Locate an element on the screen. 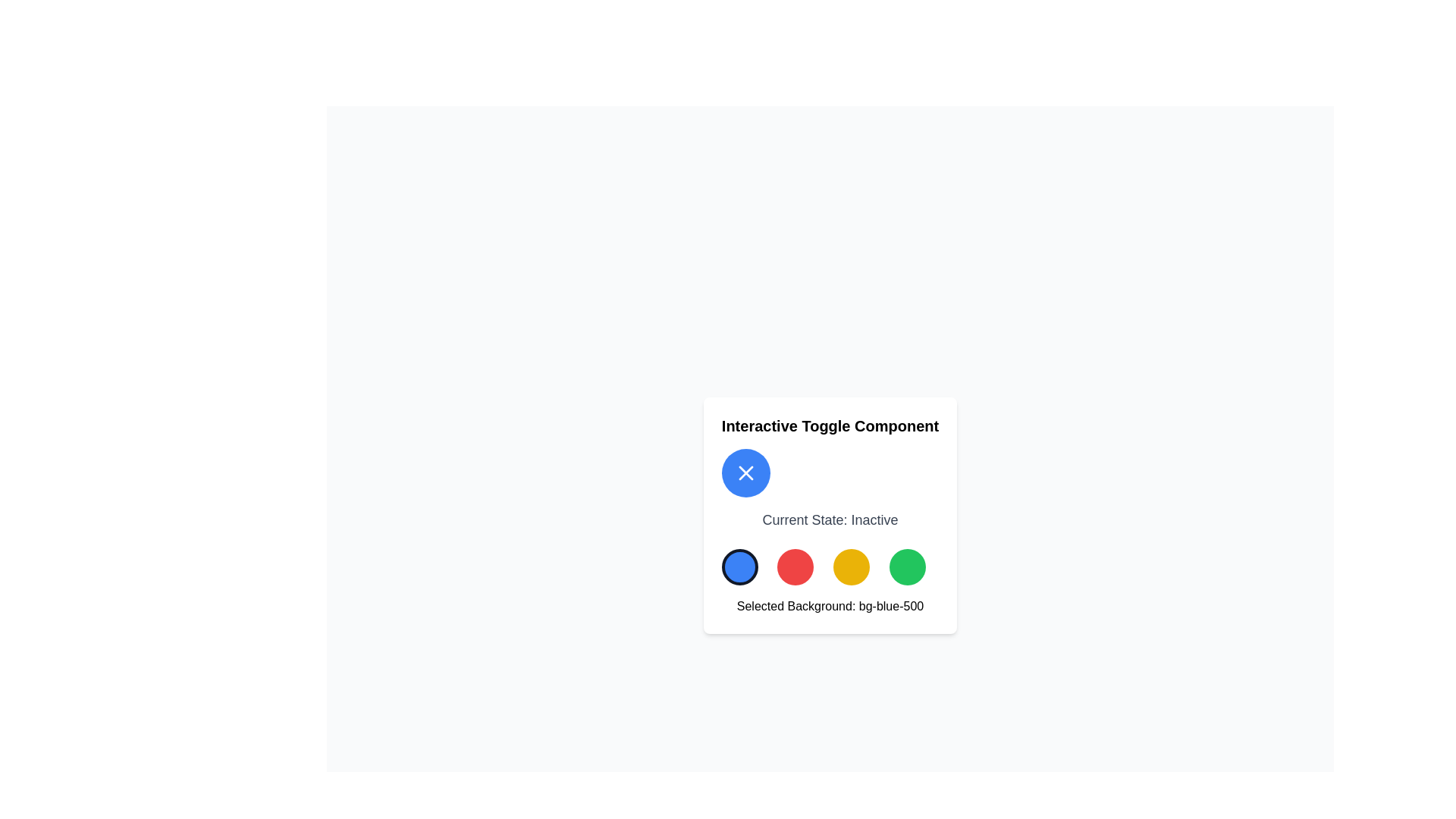 The image size is (1456, 819). the Text label that indicates the currently selected background color 'bg-blue-500', located at the bottom of the 'Interactive Toggle Component' card beneath the circular color options is located at coordinates (829, 605).